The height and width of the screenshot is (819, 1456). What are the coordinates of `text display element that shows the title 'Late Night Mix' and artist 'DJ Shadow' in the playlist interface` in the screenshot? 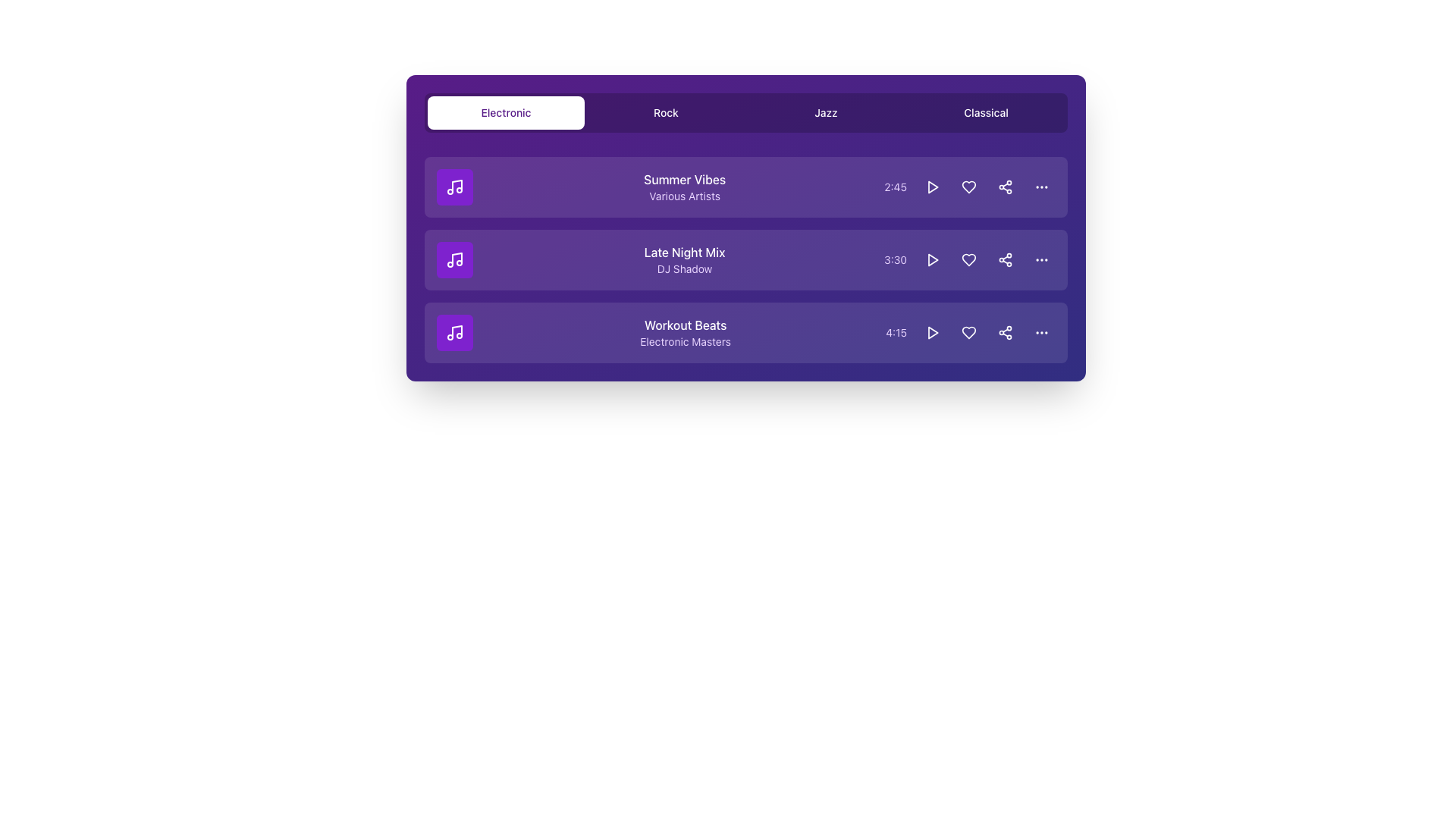 It's located at (683, 259).